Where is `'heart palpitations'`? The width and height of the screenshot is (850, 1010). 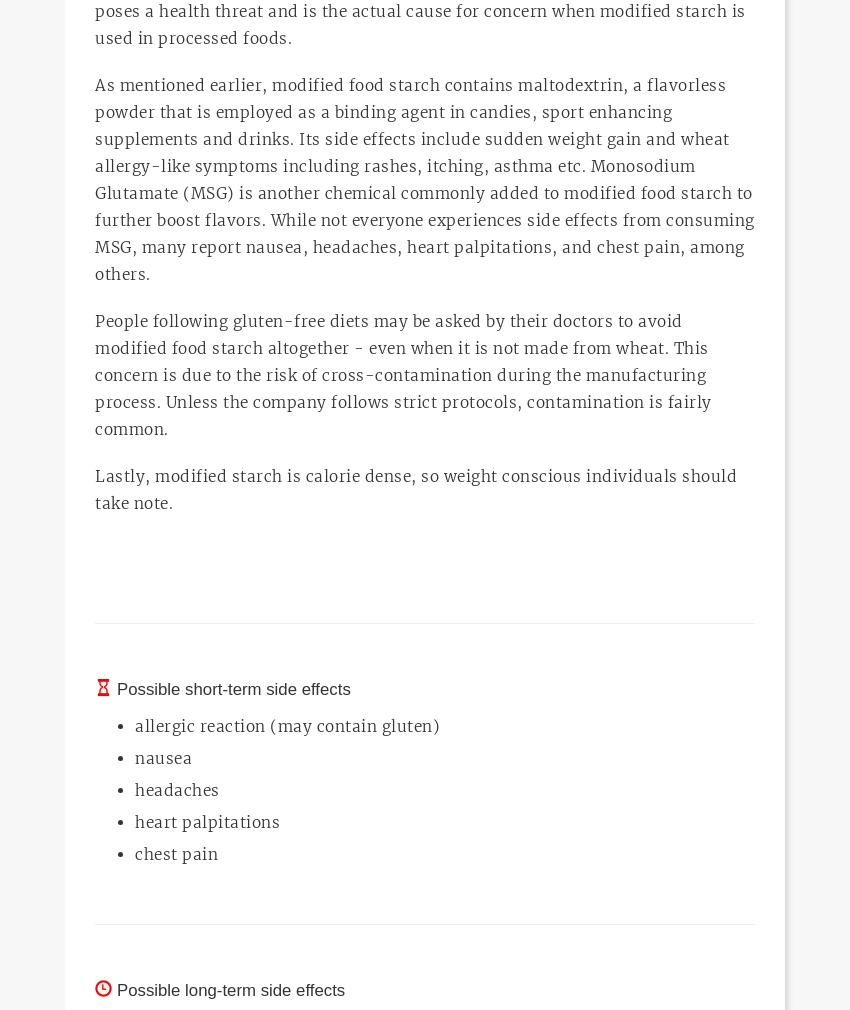 'heart palpitations' is located at coordinates (206, 821).